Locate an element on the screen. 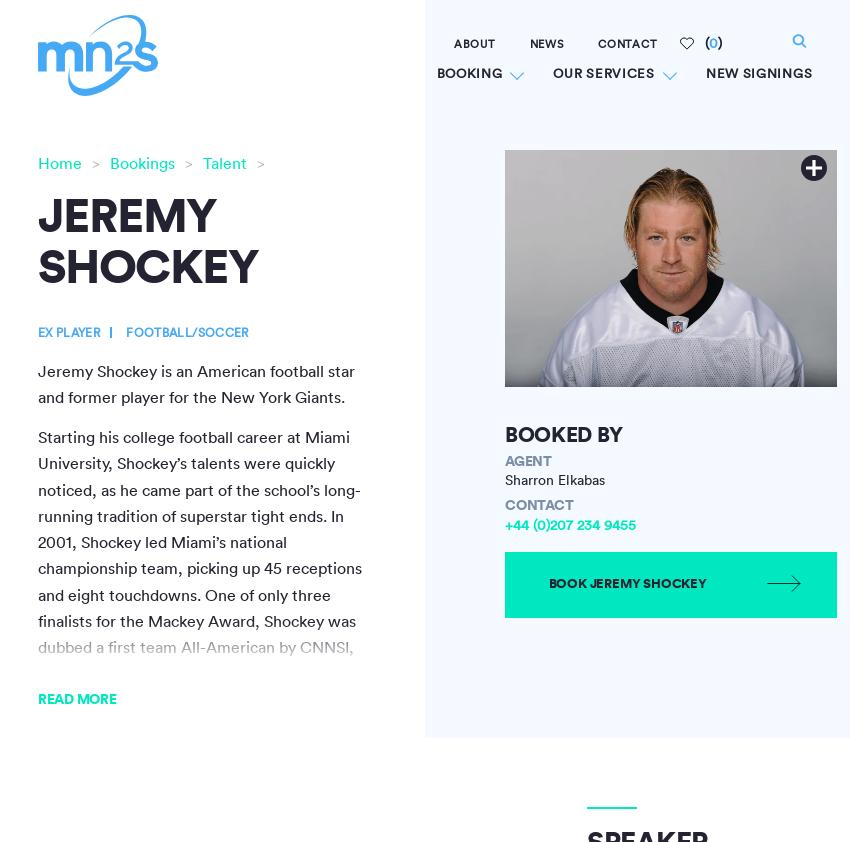 The width and height of the screenshot is (850, 842). 'Label Services' is located at coordinates (523, 221).